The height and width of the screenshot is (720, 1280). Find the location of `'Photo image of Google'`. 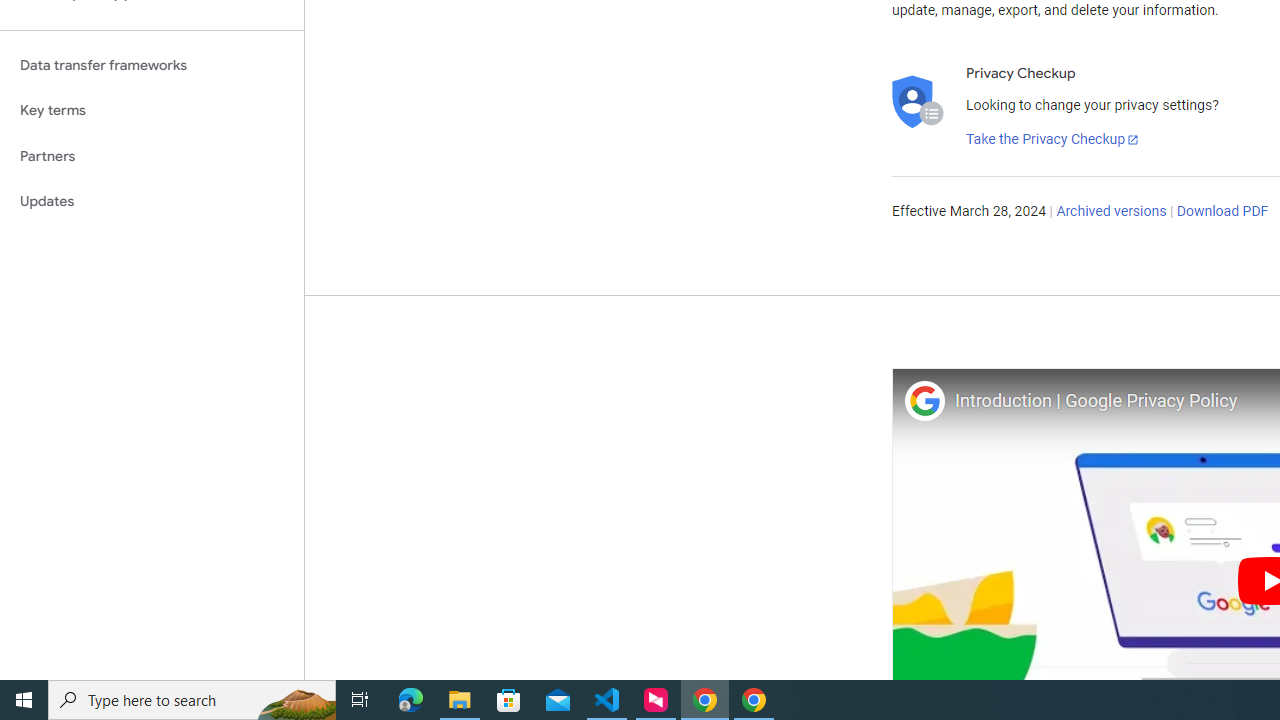

'Photo image of Google' is located at coordinates (923, 400).